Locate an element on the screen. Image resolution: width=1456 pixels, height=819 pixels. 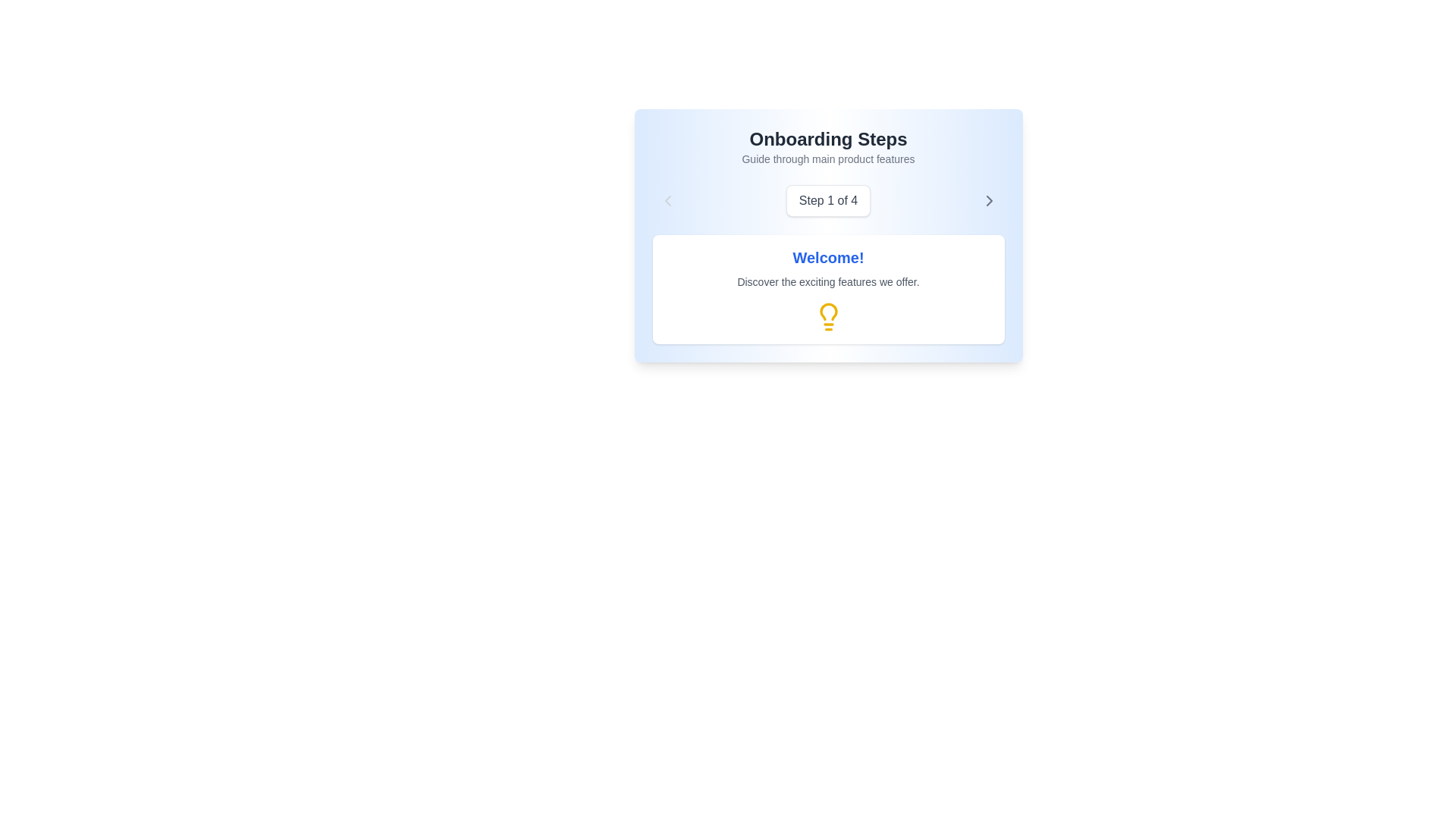
the chevron icon button located in the upper-right corner of the visible interface is located at coordinates (989, 200).